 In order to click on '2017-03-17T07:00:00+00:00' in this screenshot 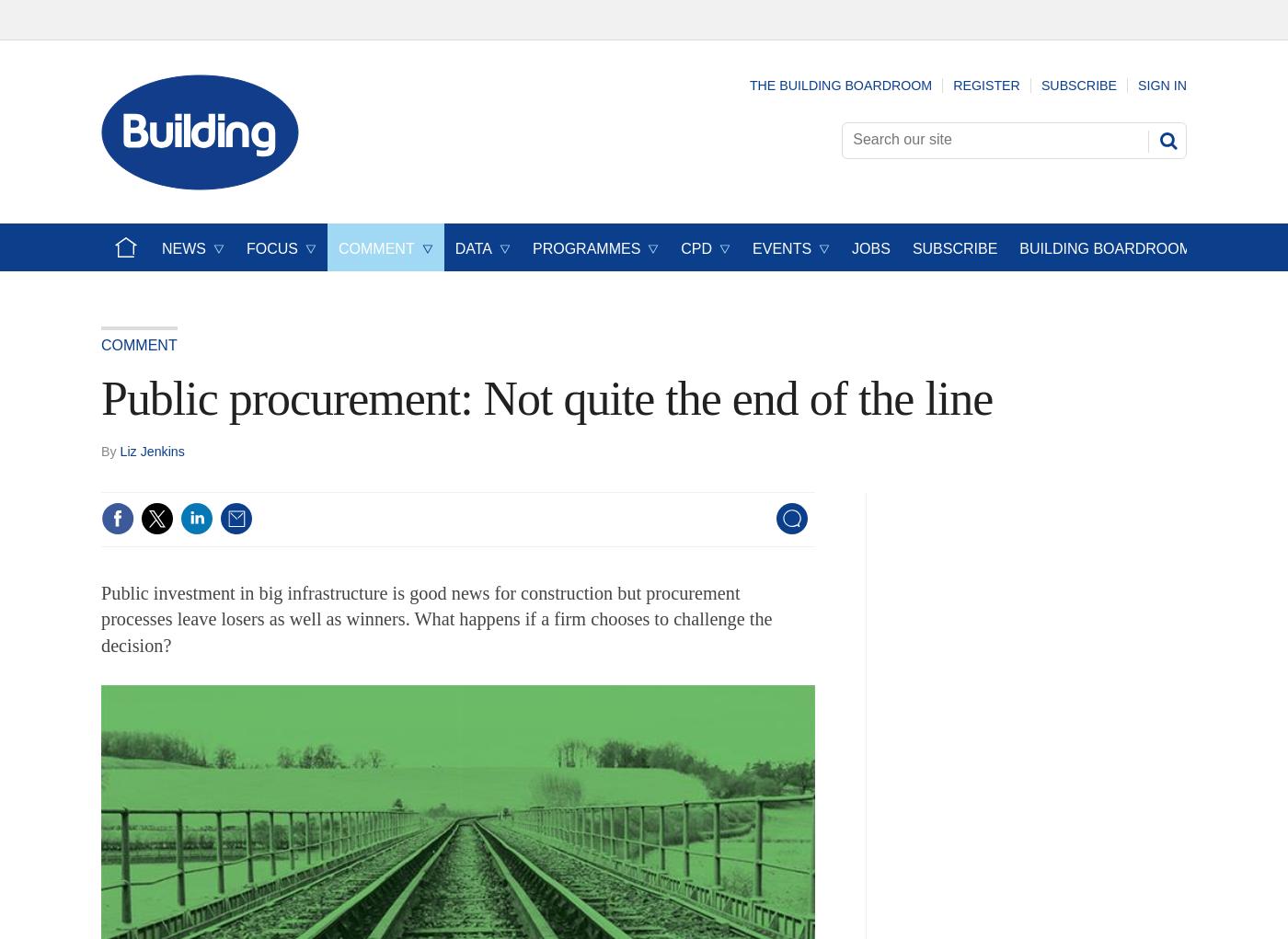, I will do `click(197, 449)`.